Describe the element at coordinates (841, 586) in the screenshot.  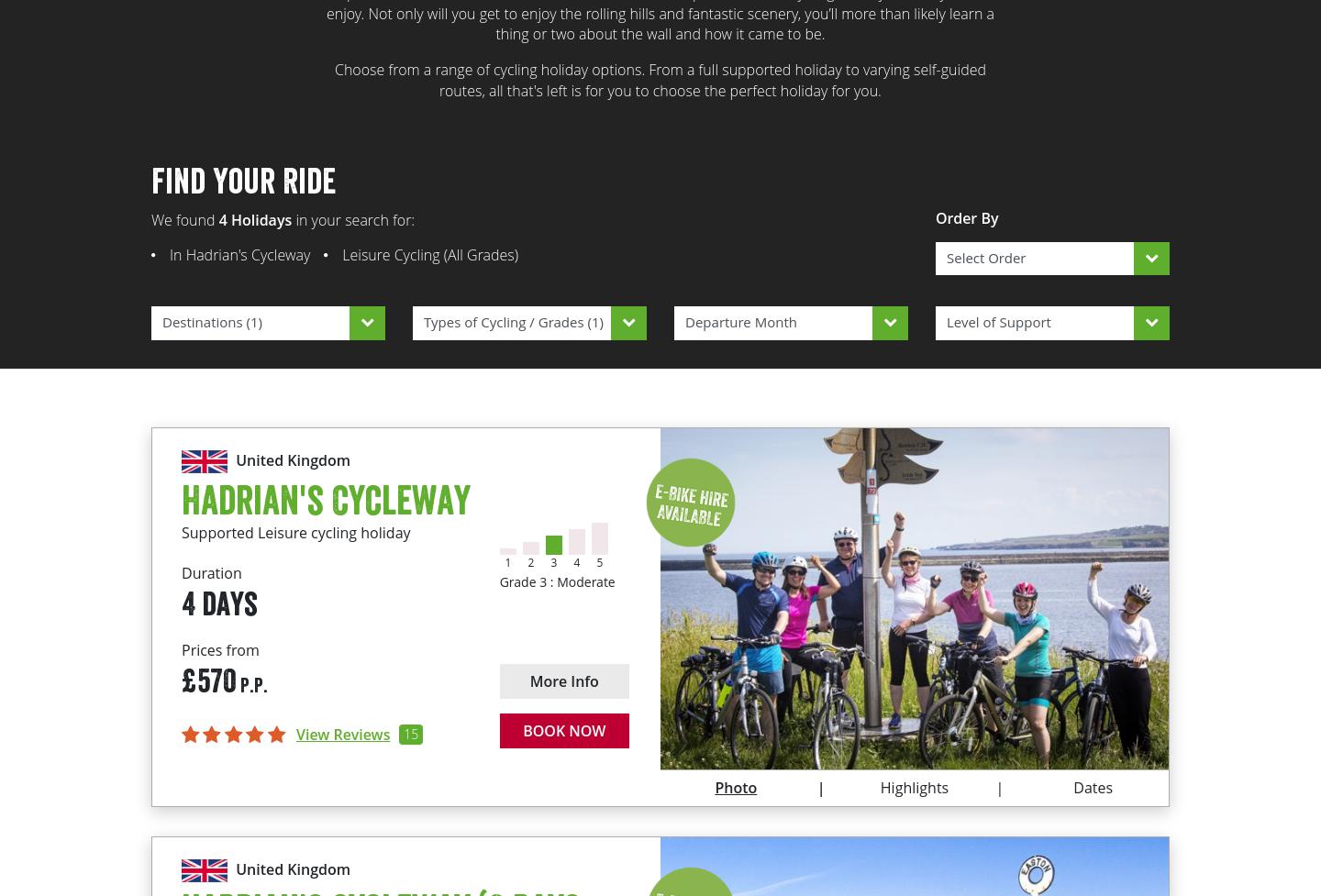
I see `'The picturesque market town of Corbridge'` at that location.